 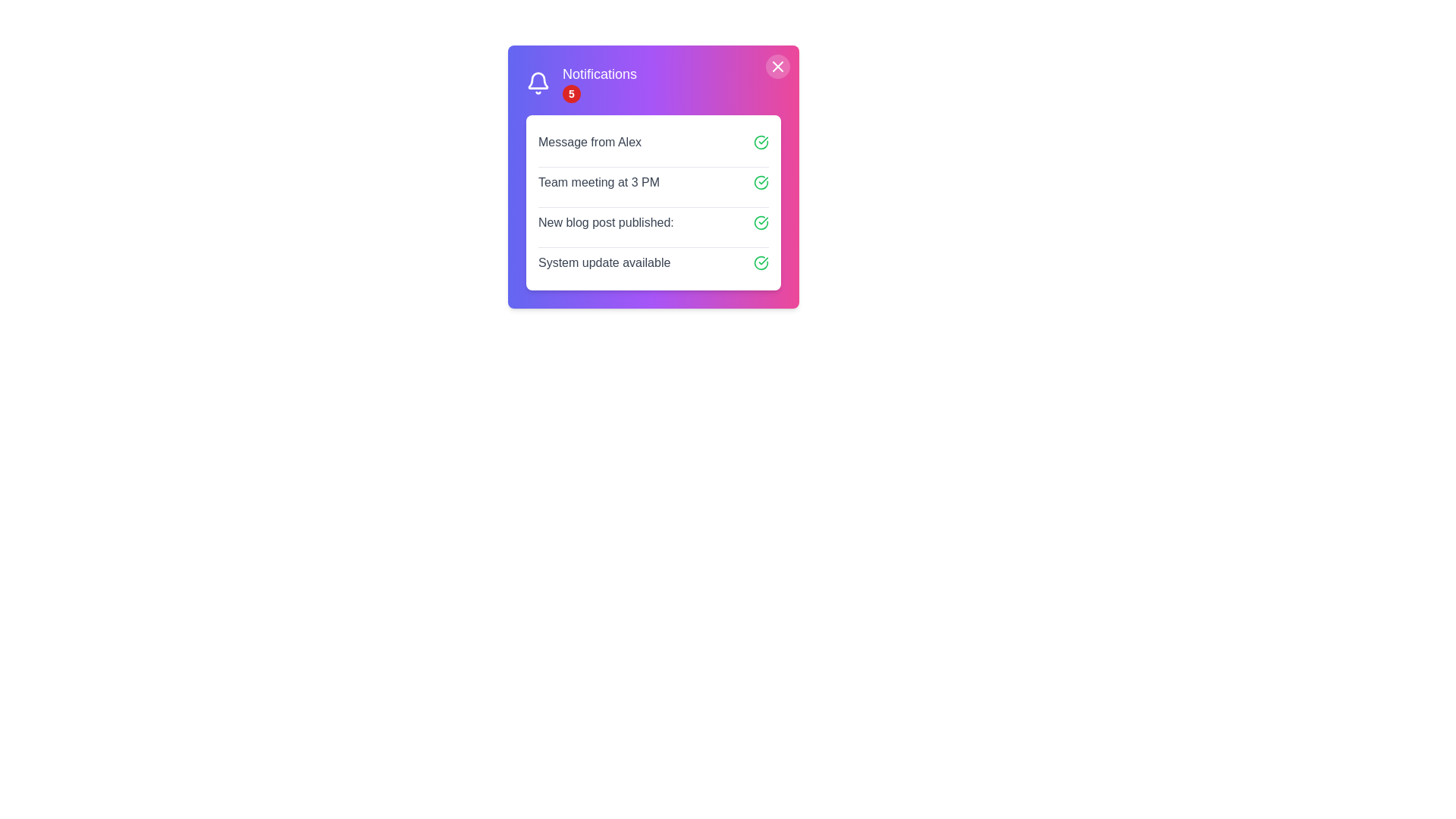 I want to click on the close button located at the upper-right corner of the notification card, so click(x=778, y=66).